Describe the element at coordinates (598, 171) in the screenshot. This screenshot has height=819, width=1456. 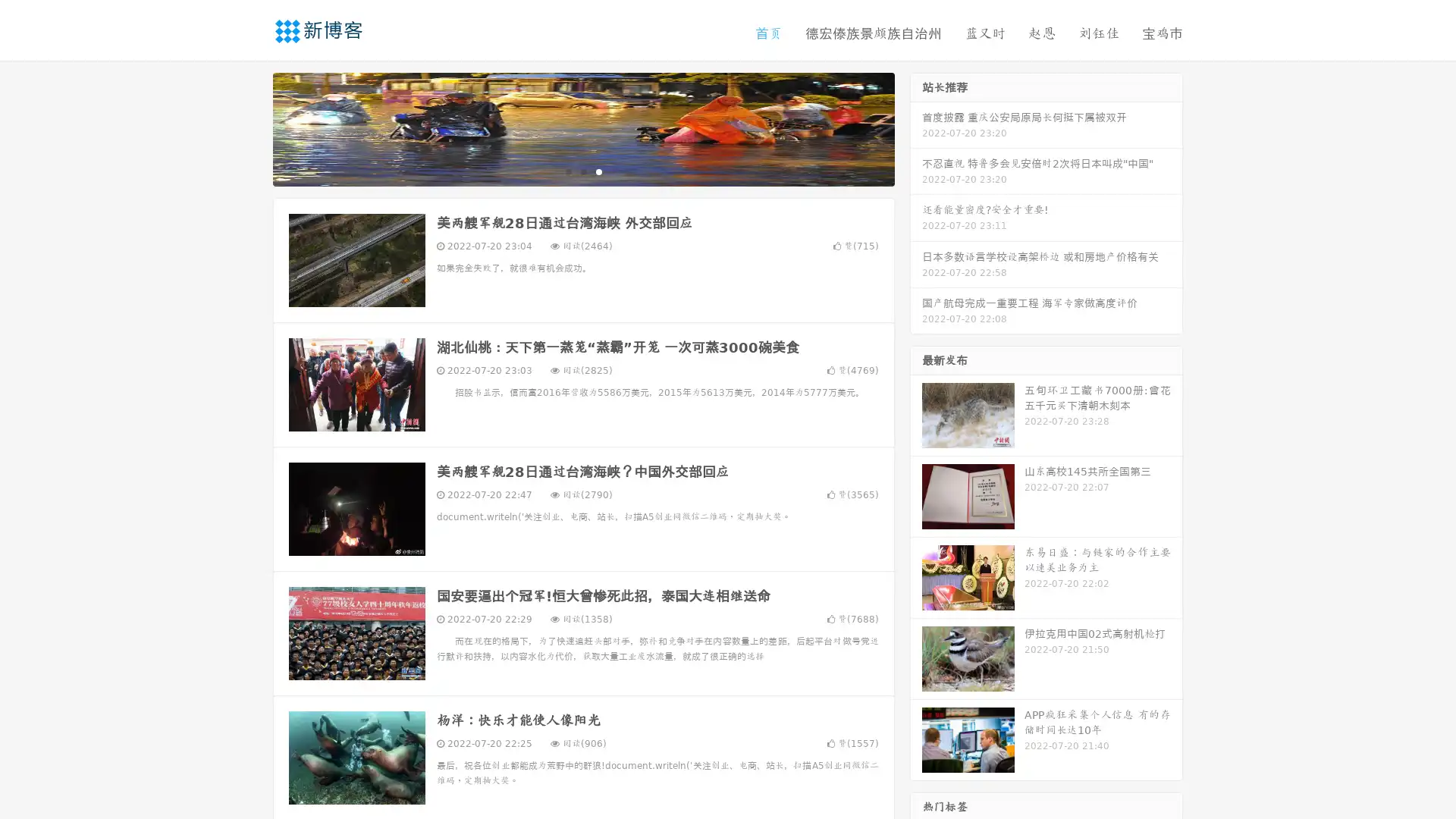
I see `Go to slide 3` at that location.